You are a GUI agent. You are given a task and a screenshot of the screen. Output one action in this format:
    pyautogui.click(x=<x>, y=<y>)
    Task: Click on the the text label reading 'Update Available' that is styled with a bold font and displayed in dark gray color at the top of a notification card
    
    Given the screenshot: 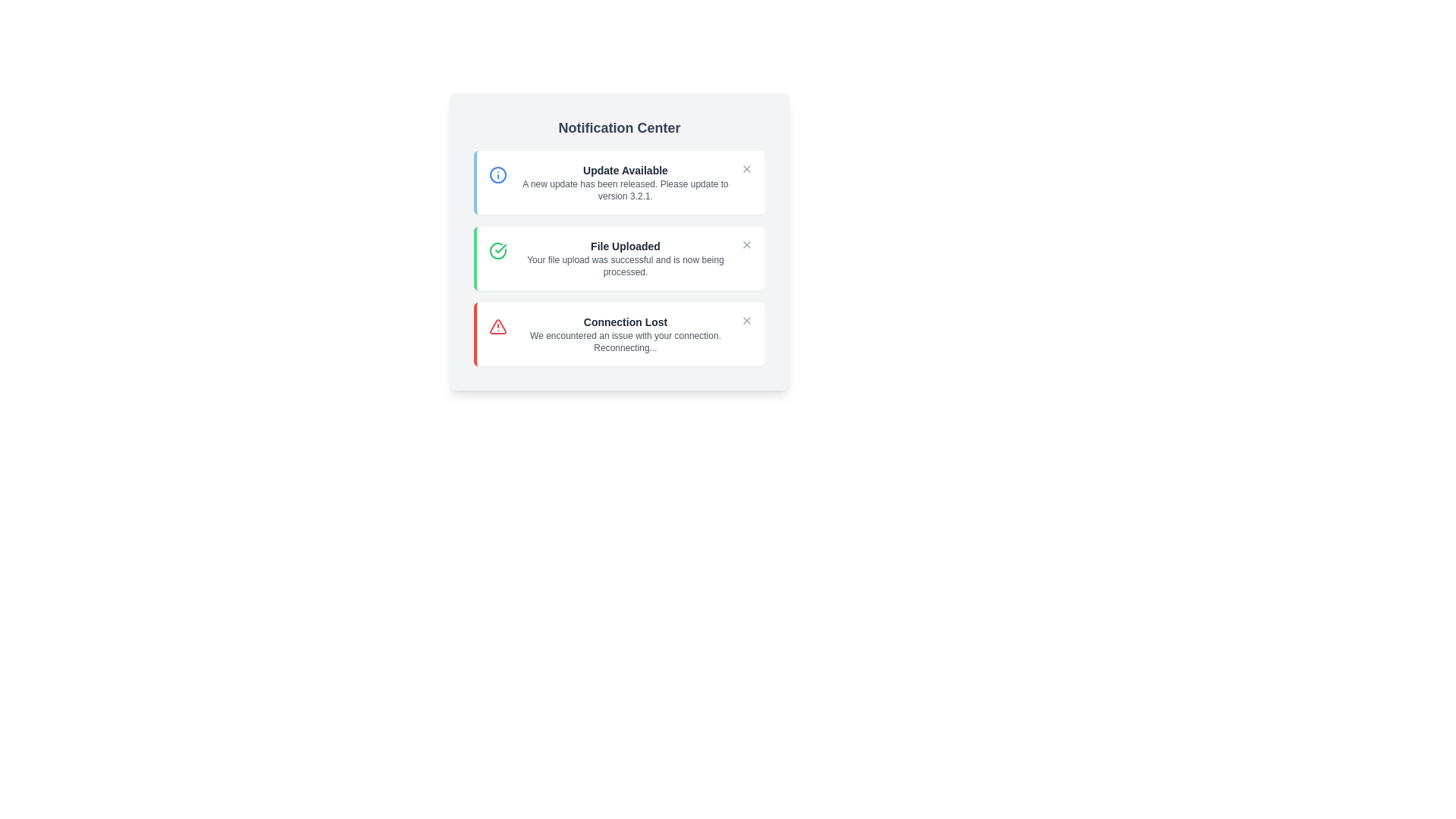 What is the action you would take?
    pyautogui.click(x=626, y=170)
    